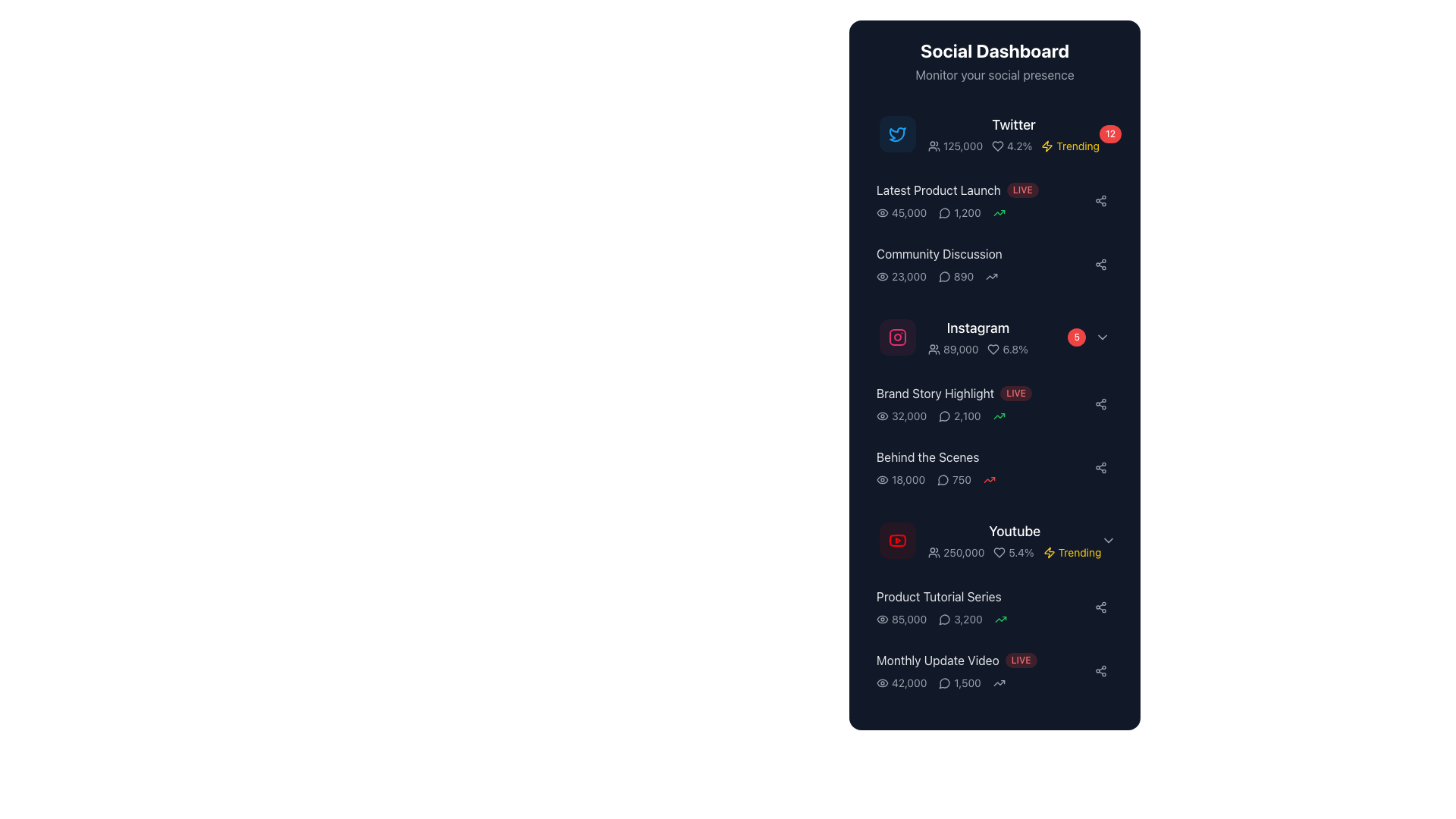  I want to click on the text label displaying '250,000' in gray text style, positioned under the 'Youtube' label in the 'Social Dashboard' interface, so click(955, 553).